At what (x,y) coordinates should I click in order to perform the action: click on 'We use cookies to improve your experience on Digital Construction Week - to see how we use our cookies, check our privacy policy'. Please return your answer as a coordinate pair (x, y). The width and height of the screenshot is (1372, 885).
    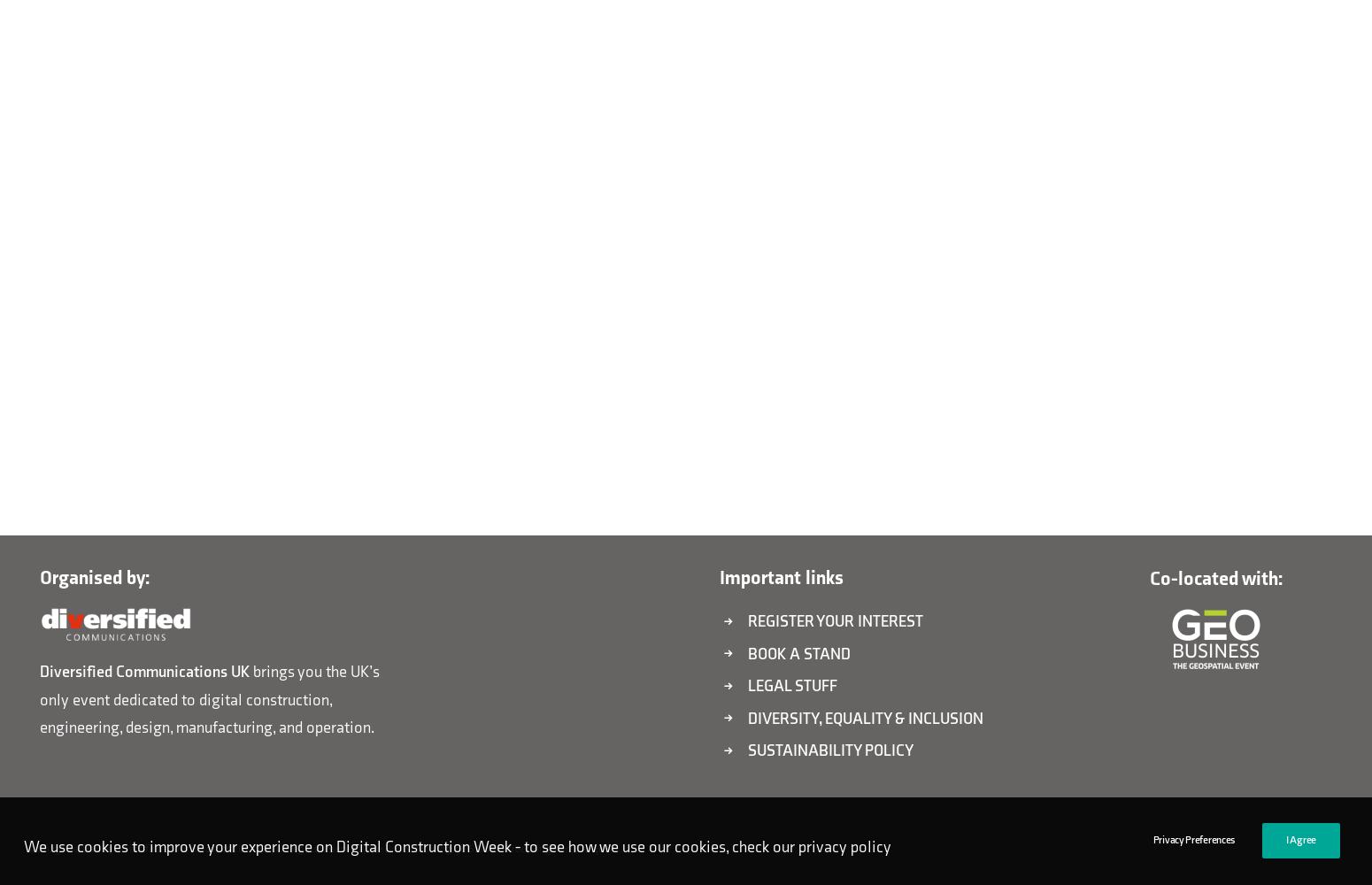
    Looking at the image, I should click on (456, 845).